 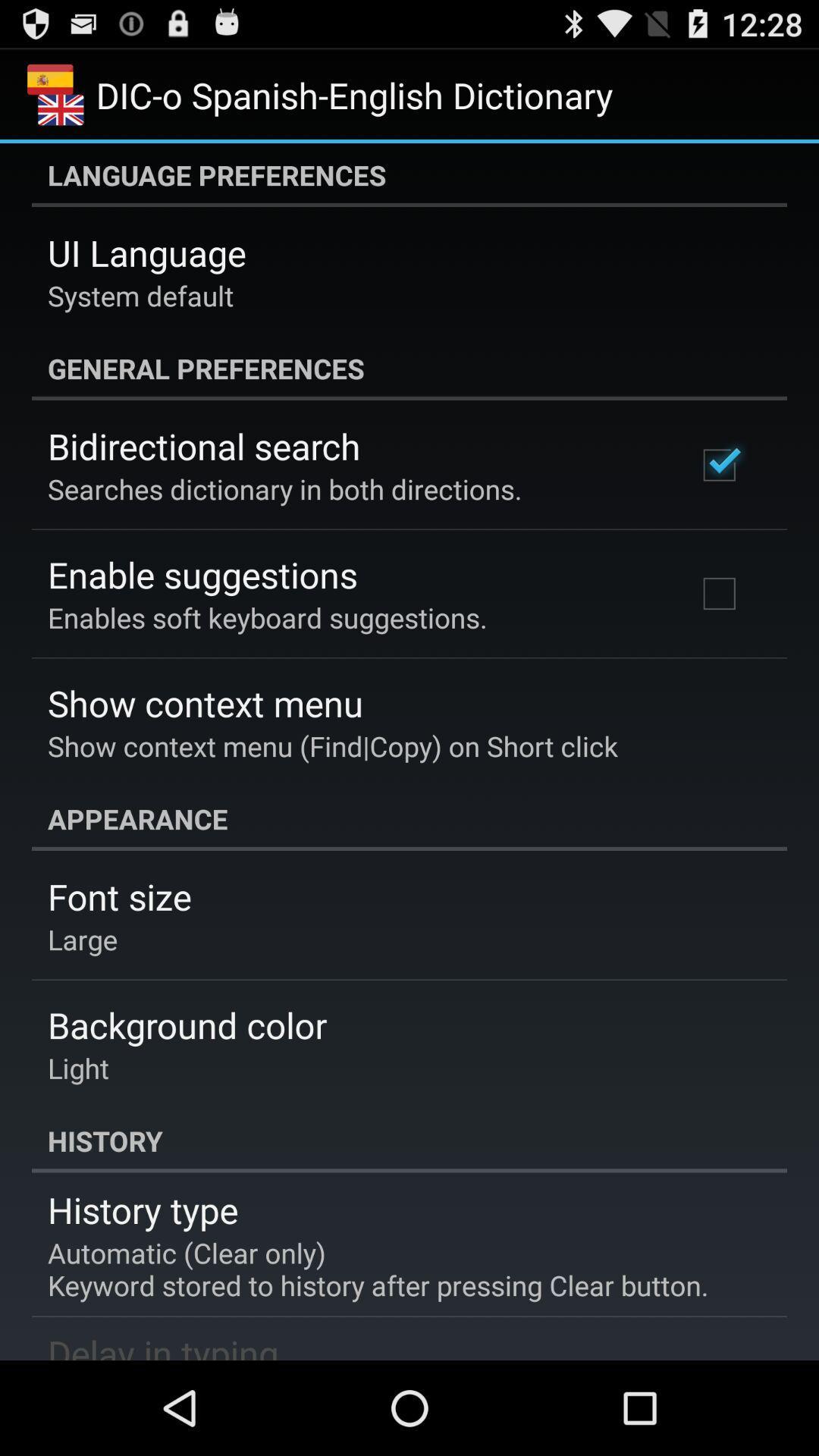 What do you see at coordinates (83, 938) in the screenshot?
I see `app above the background color` at bounding box center [83, 938].